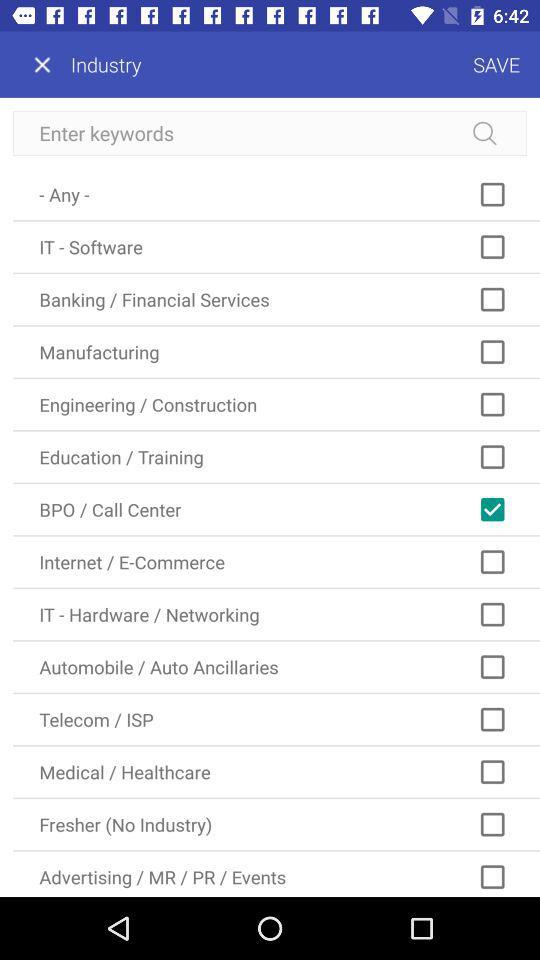 This screenshot has width=540, height=960. I want to click on the - any -, so click(275, 194).